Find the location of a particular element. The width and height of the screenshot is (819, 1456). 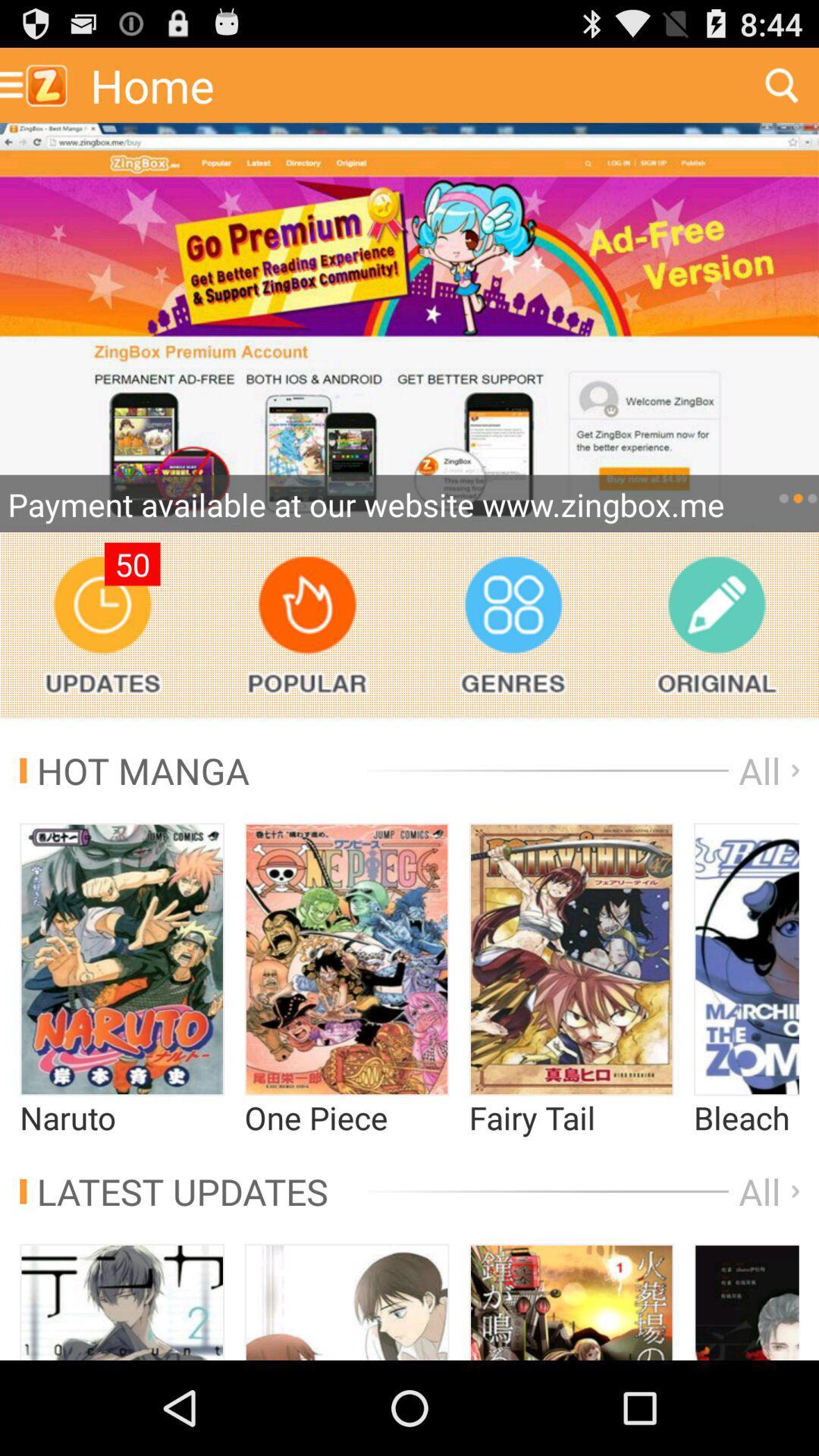

home is located at coordinates (412, 84).